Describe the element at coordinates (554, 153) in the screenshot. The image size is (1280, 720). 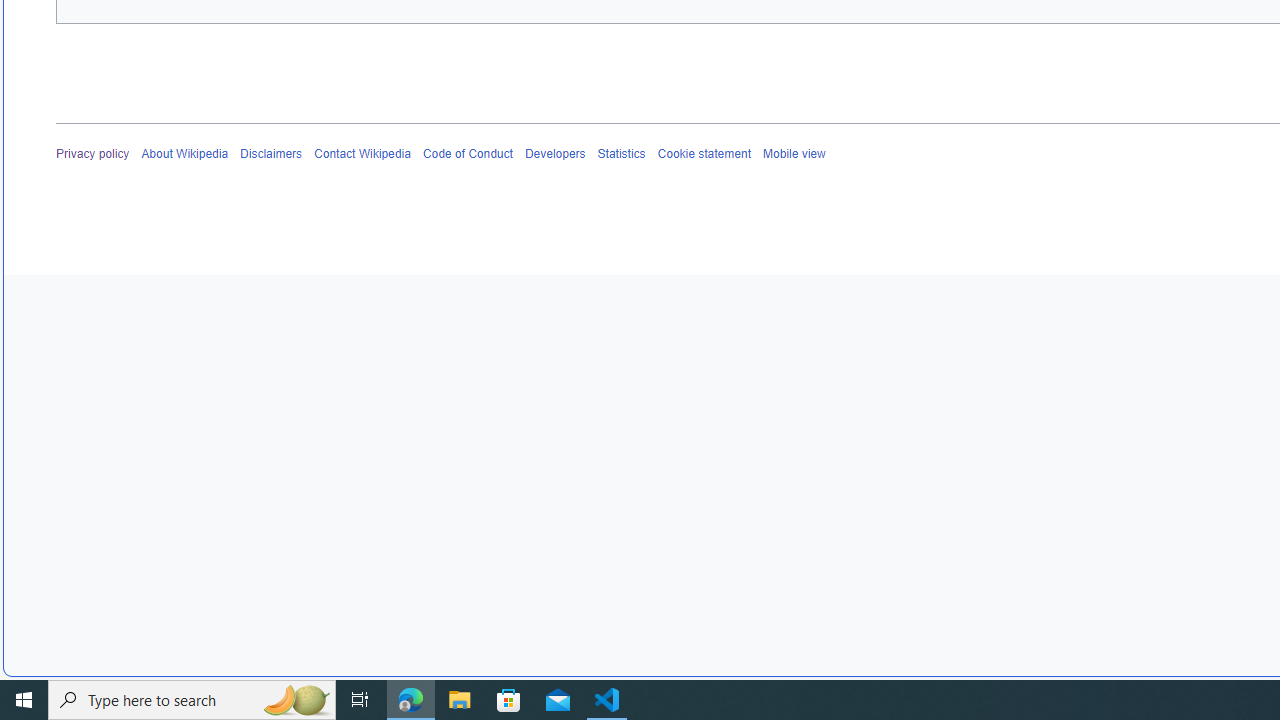
I see `'Developers'` at that location.